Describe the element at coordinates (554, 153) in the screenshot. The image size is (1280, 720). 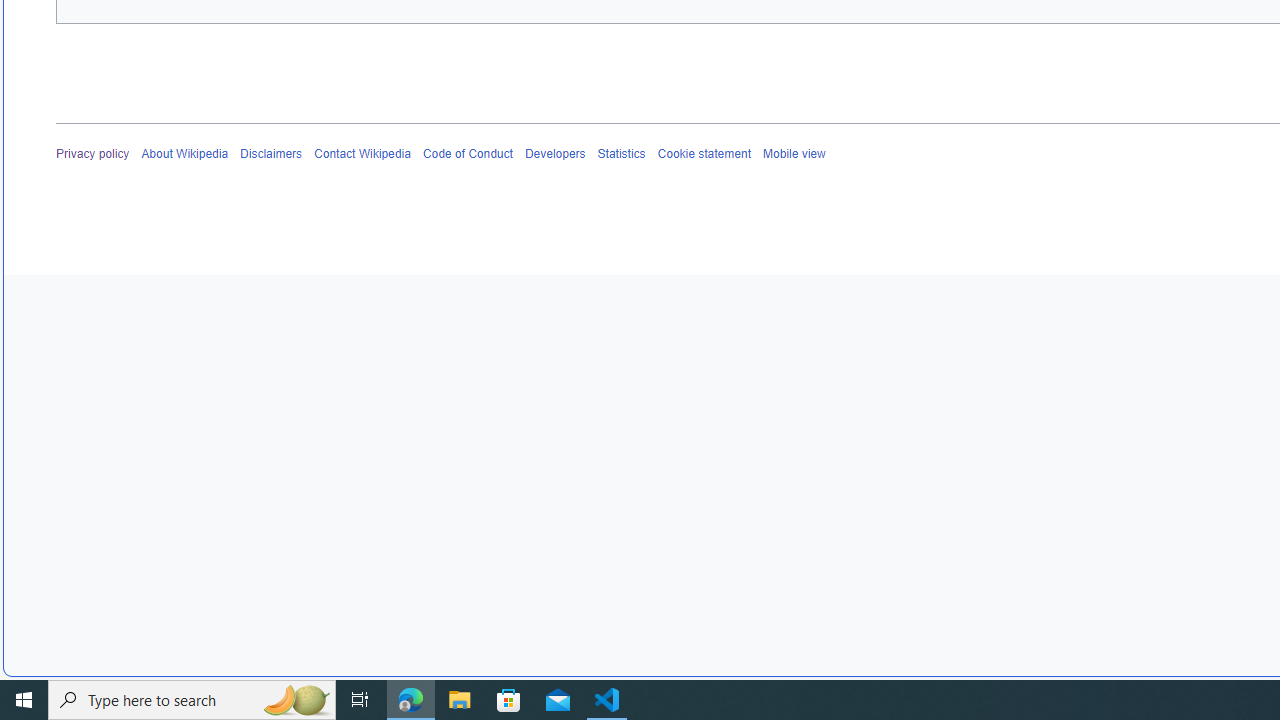
I see `'Developers'` at that location.